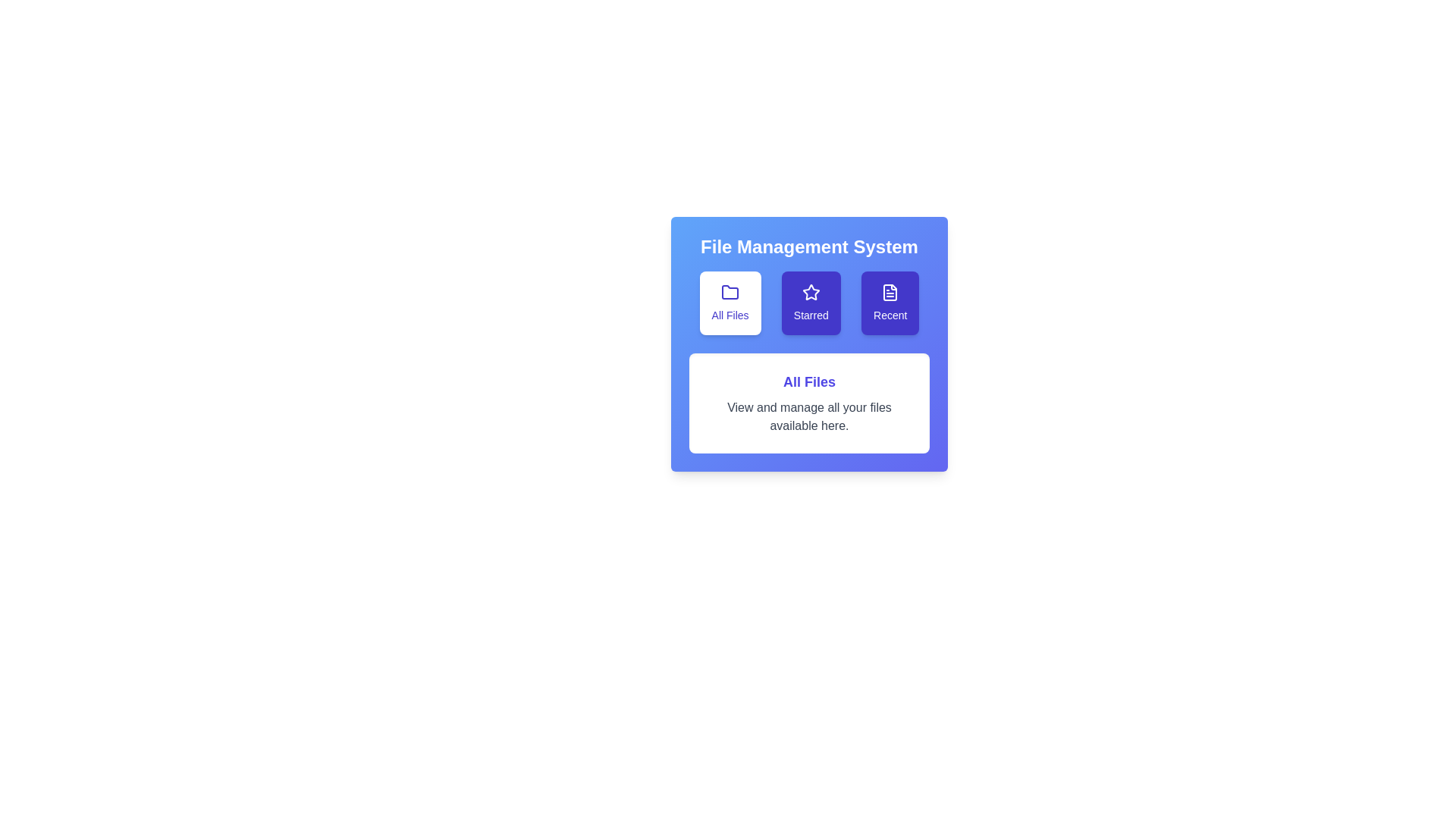  What do you see at coordinates (890, 303) in the screenshot?
I see `the Recent tab to observe its hover effect` at bounding box center [890, 303].